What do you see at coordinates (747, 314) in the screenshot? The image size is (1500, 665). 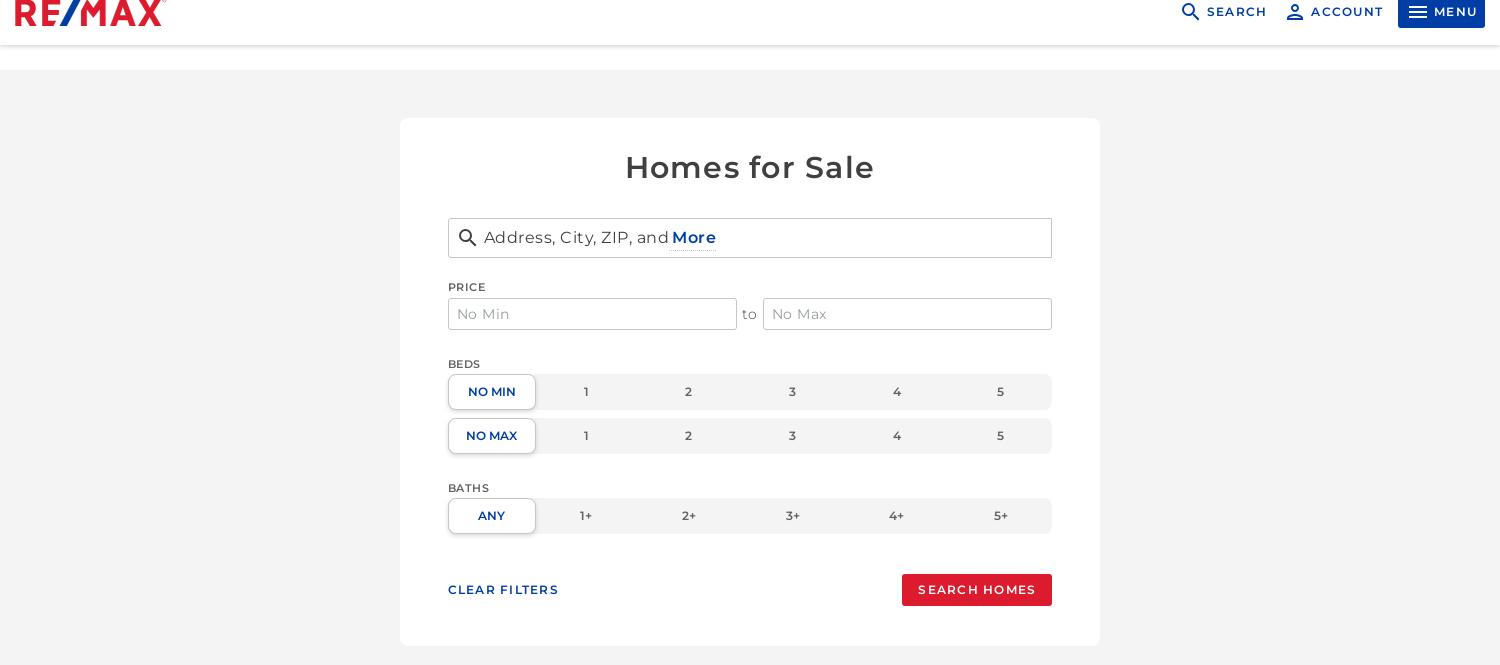 I see `'to'` at bounding box center [747, 314].